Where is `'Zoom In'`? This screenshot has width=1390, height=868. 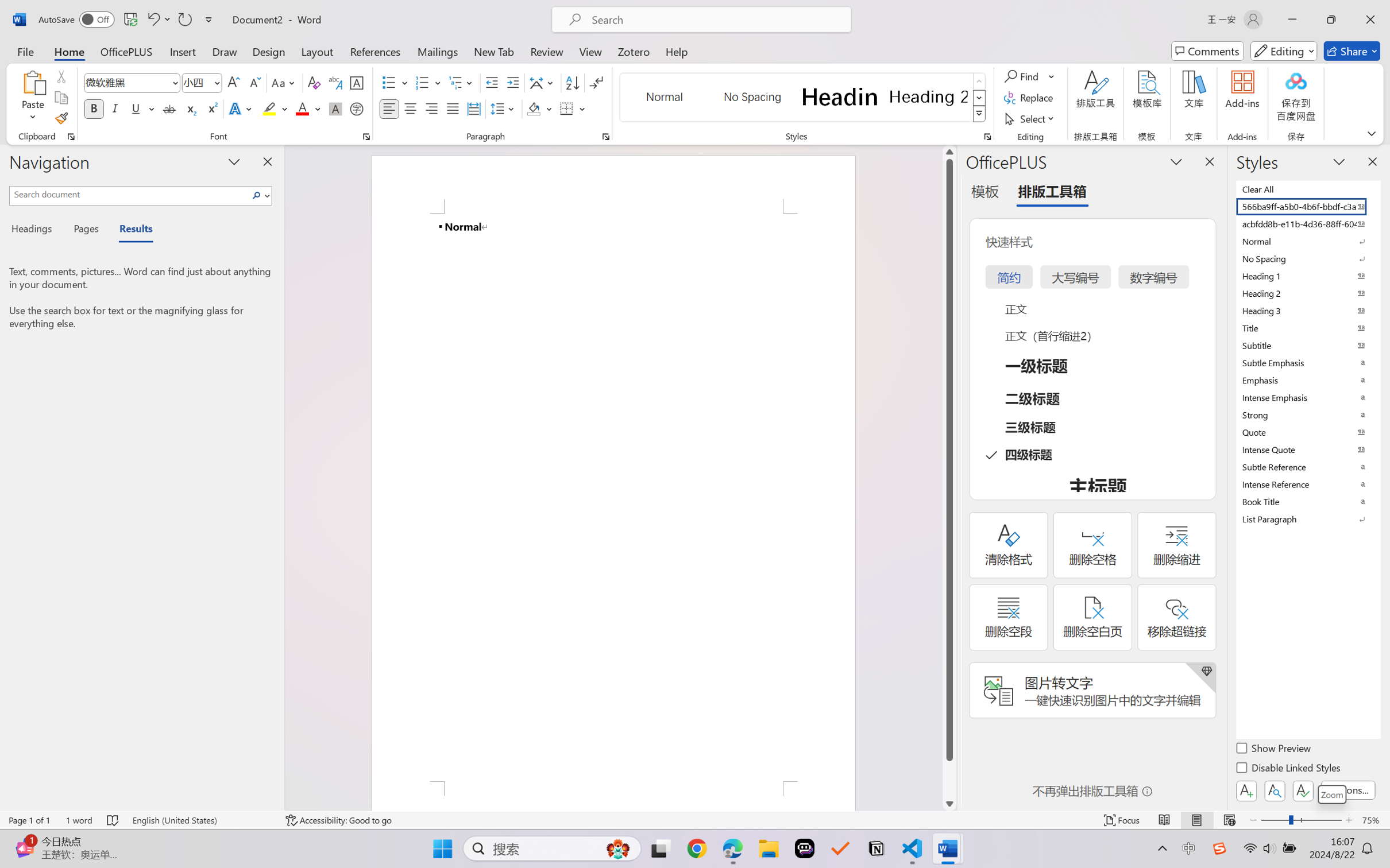 'Zoom In' is located at coordinates (1349, 820).